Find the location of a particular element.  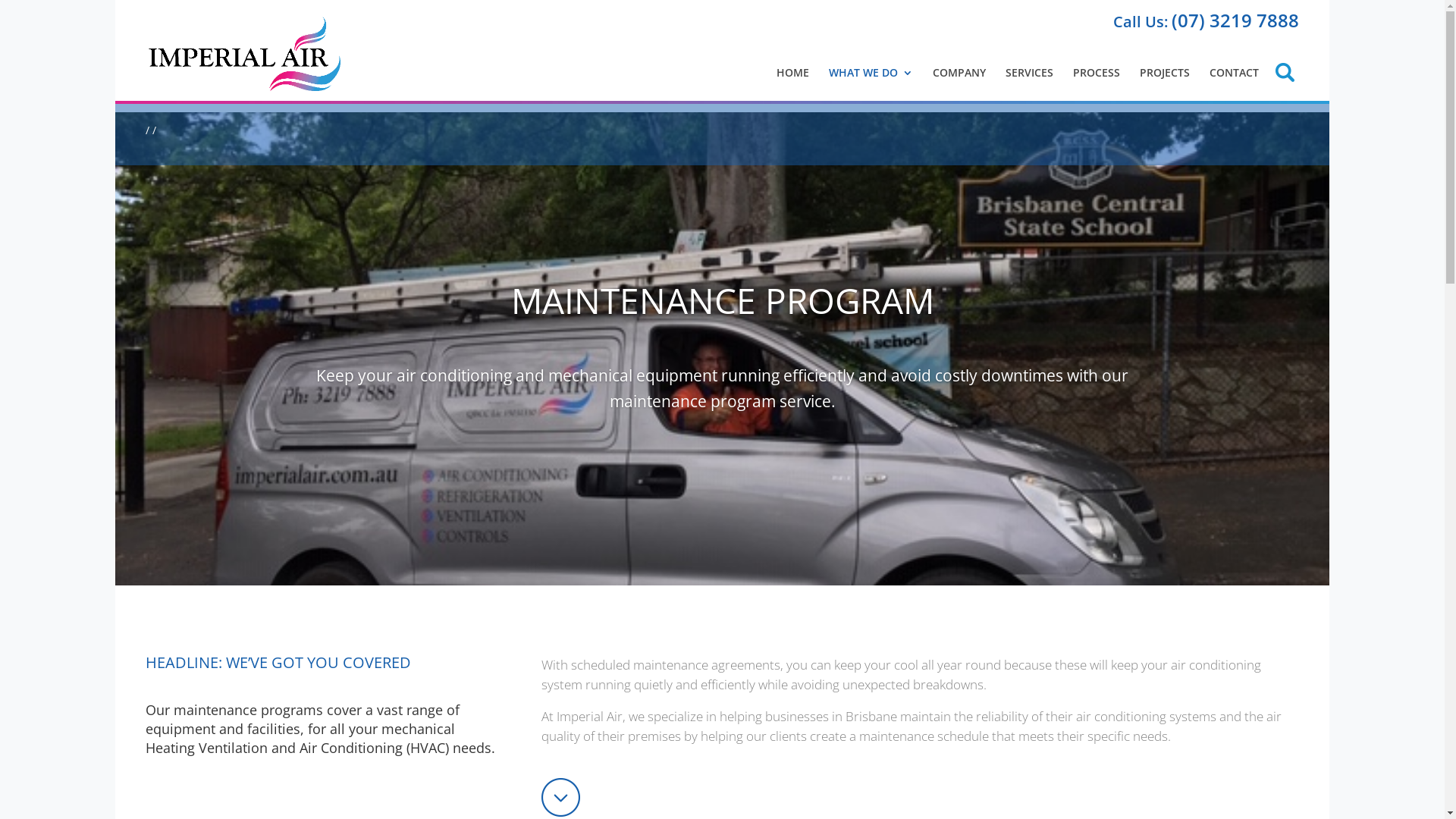

'WHAT WE DO' is located at coordinates (828, 73).